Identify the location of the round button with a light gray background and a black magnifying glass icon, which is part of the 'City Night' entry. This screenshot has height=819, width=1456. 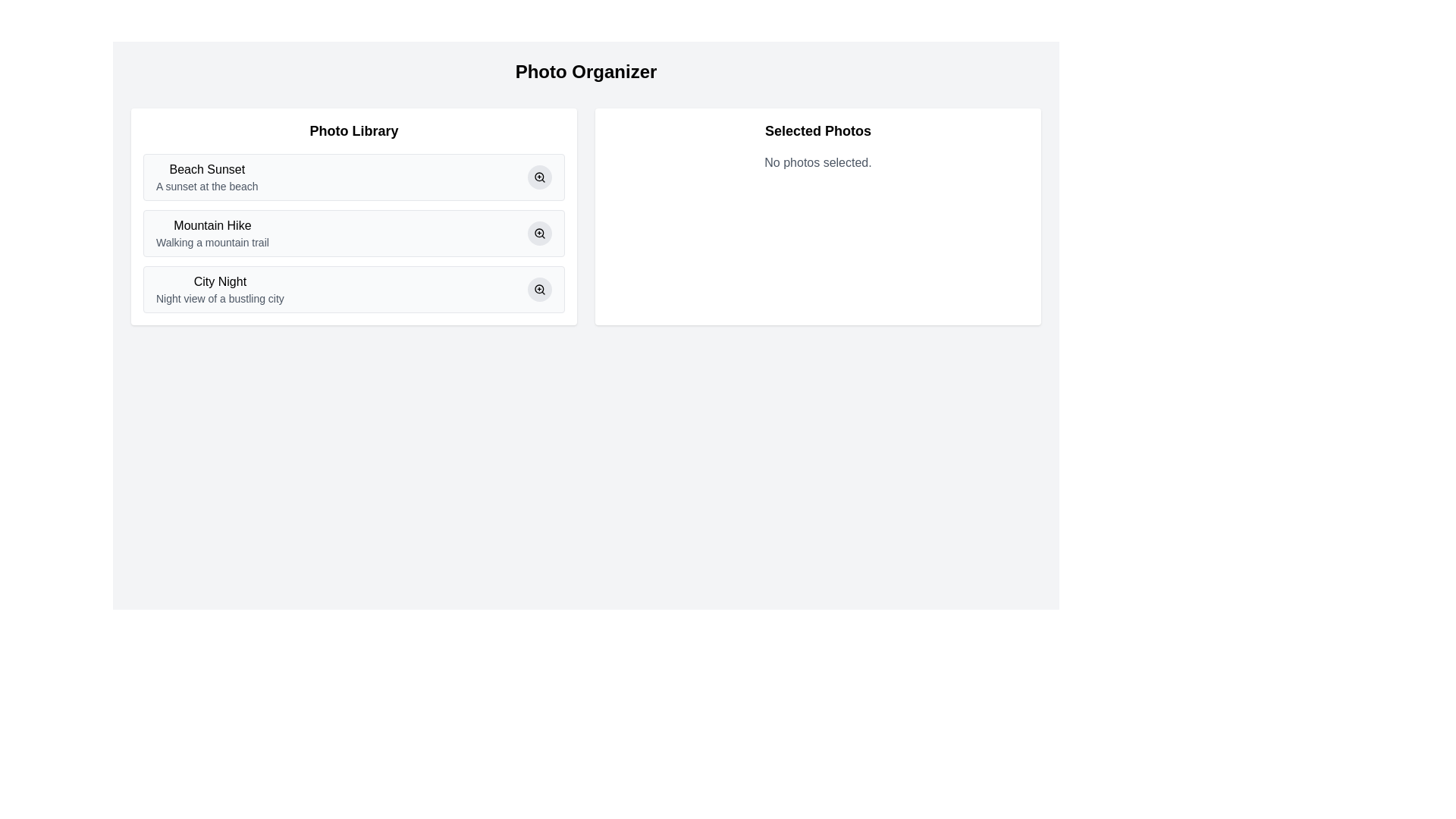
(539, 289).